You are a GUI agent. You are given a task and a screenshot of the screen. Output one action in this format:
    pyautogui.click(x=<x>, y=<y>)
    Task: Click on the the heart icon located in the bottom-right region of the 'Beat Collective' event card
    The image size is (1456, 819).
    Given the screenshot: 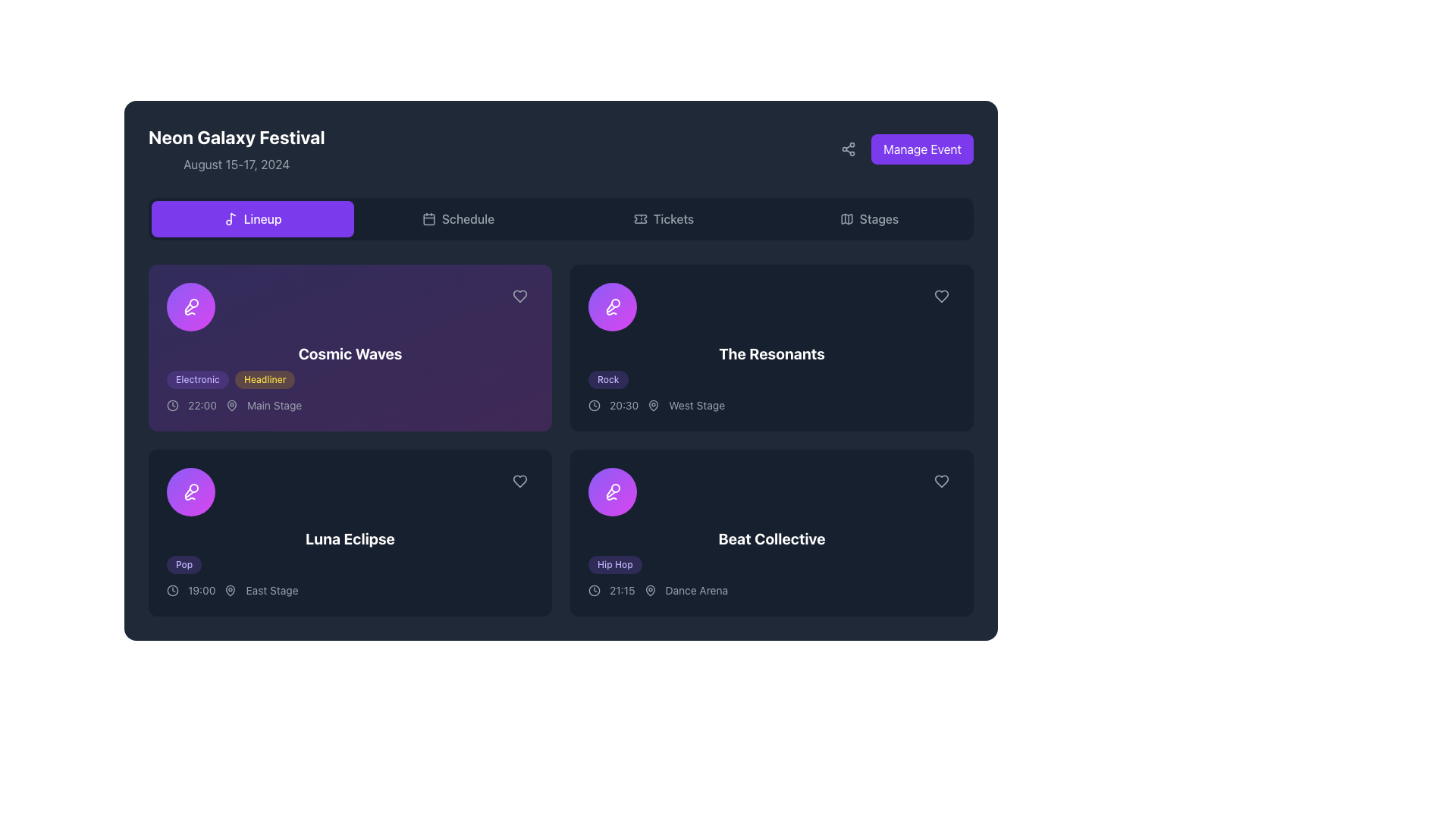 What is the action you would take?
    pyautogui.click(x=941, y=482)
    